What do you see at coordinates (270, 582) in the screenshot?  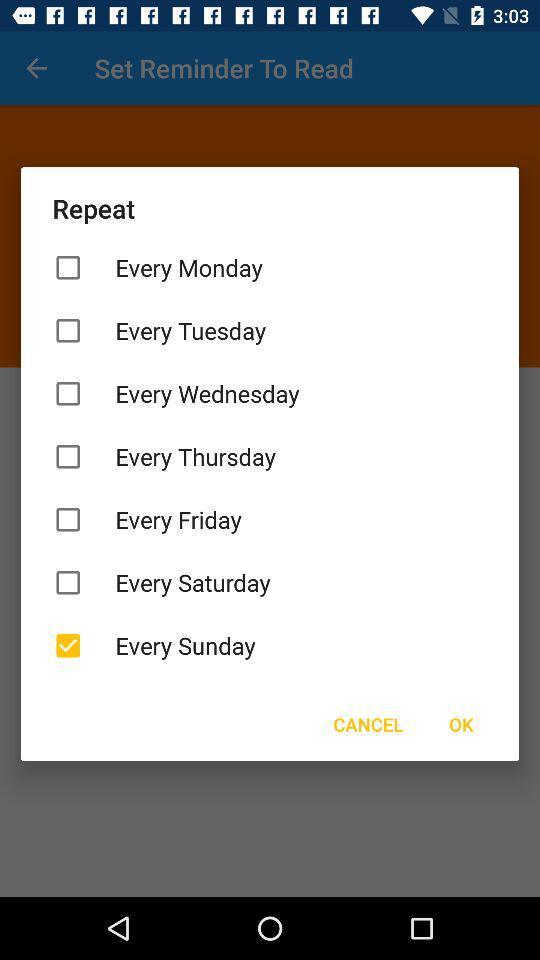 I see `the every saturday item` at bounding box center [270, 582].